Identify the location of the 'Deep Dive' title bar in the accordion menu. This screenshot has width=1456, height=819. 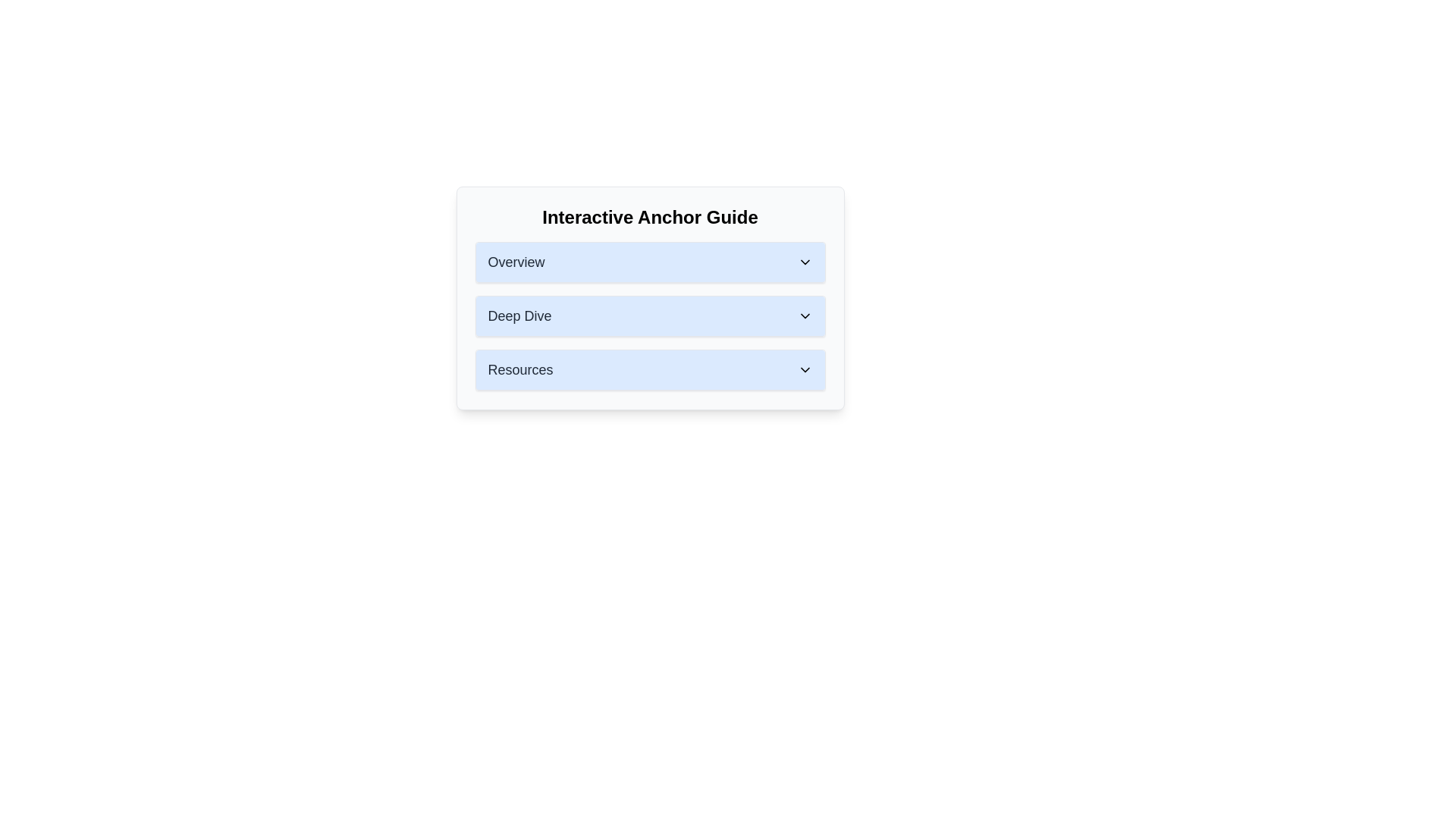
(650, 315).